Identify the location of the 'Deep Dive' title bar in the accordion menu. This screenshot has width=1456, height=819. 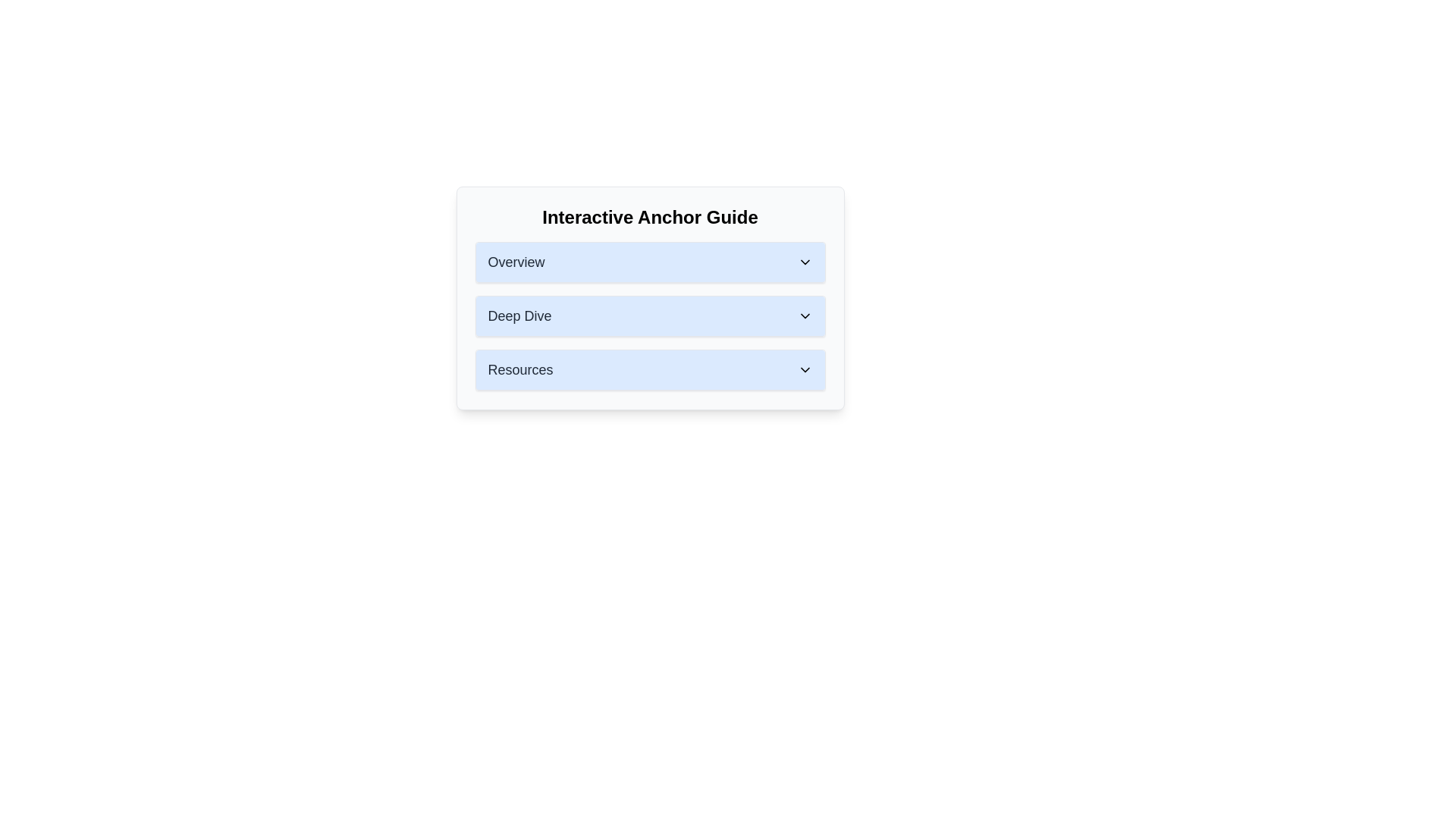
(650, 315).